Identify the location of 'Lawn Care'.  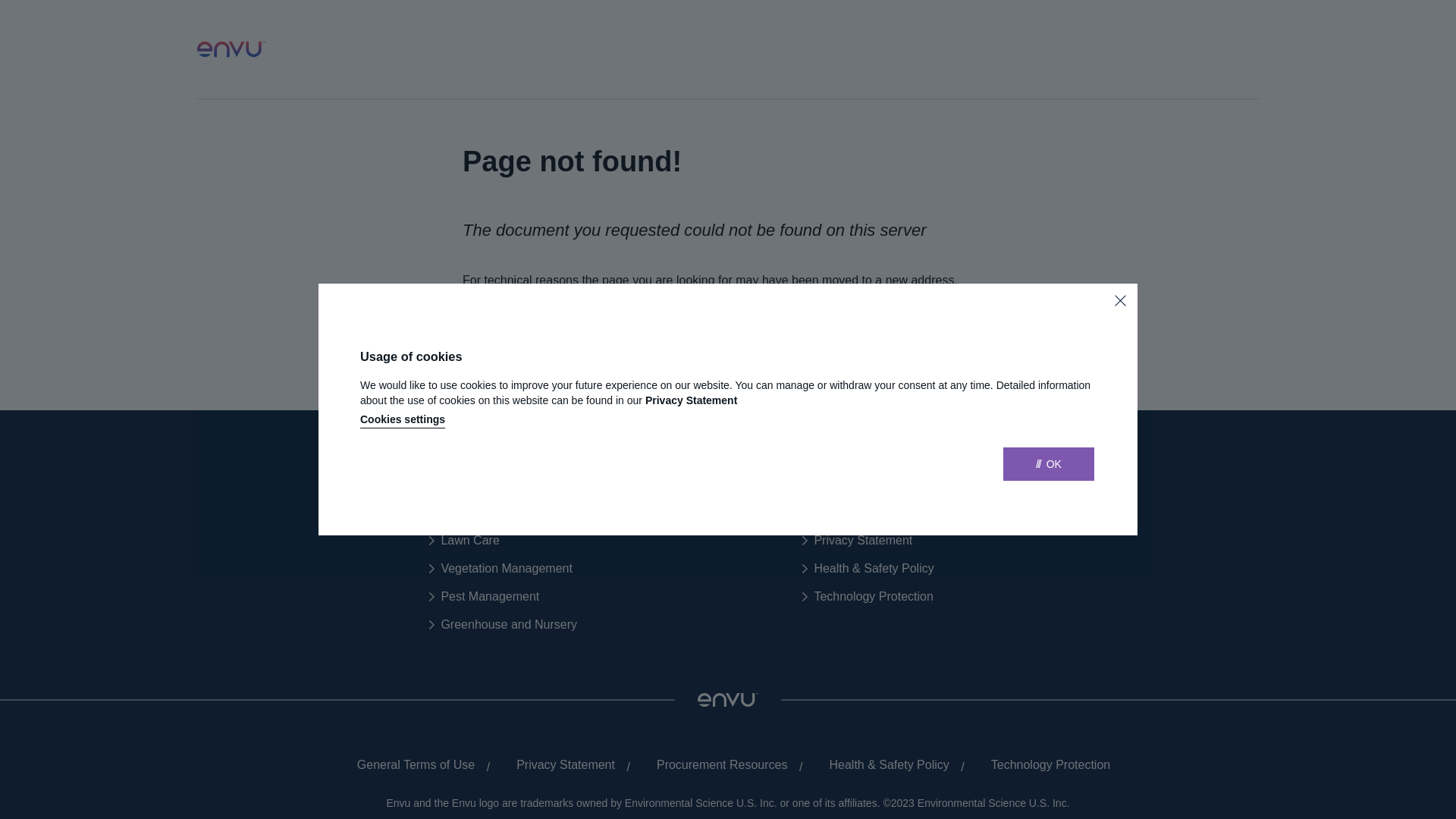
(463, 540).